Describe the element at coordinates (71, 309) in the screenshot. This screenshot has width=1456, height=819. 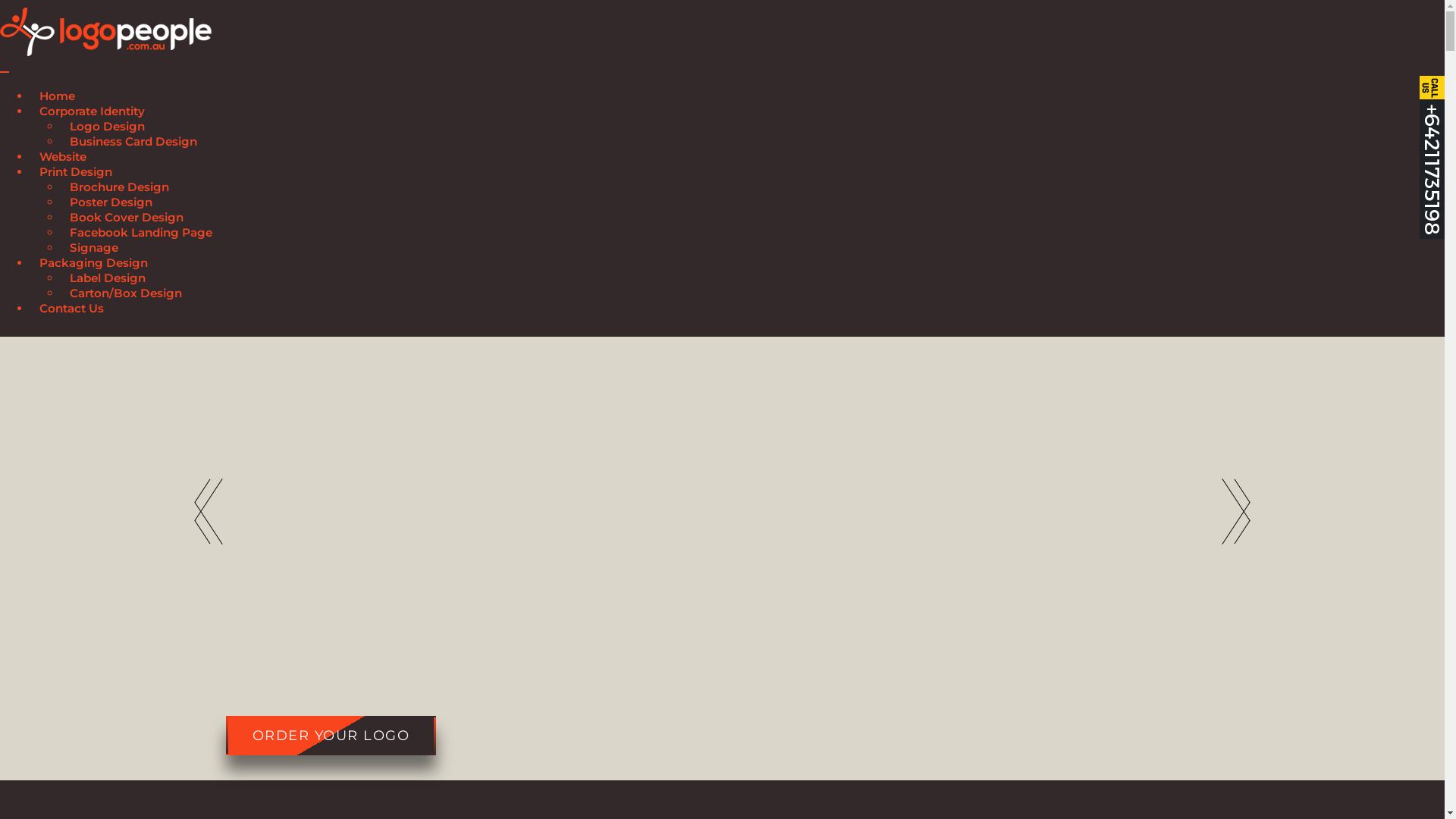
I see `'Contact Us'` at that location.